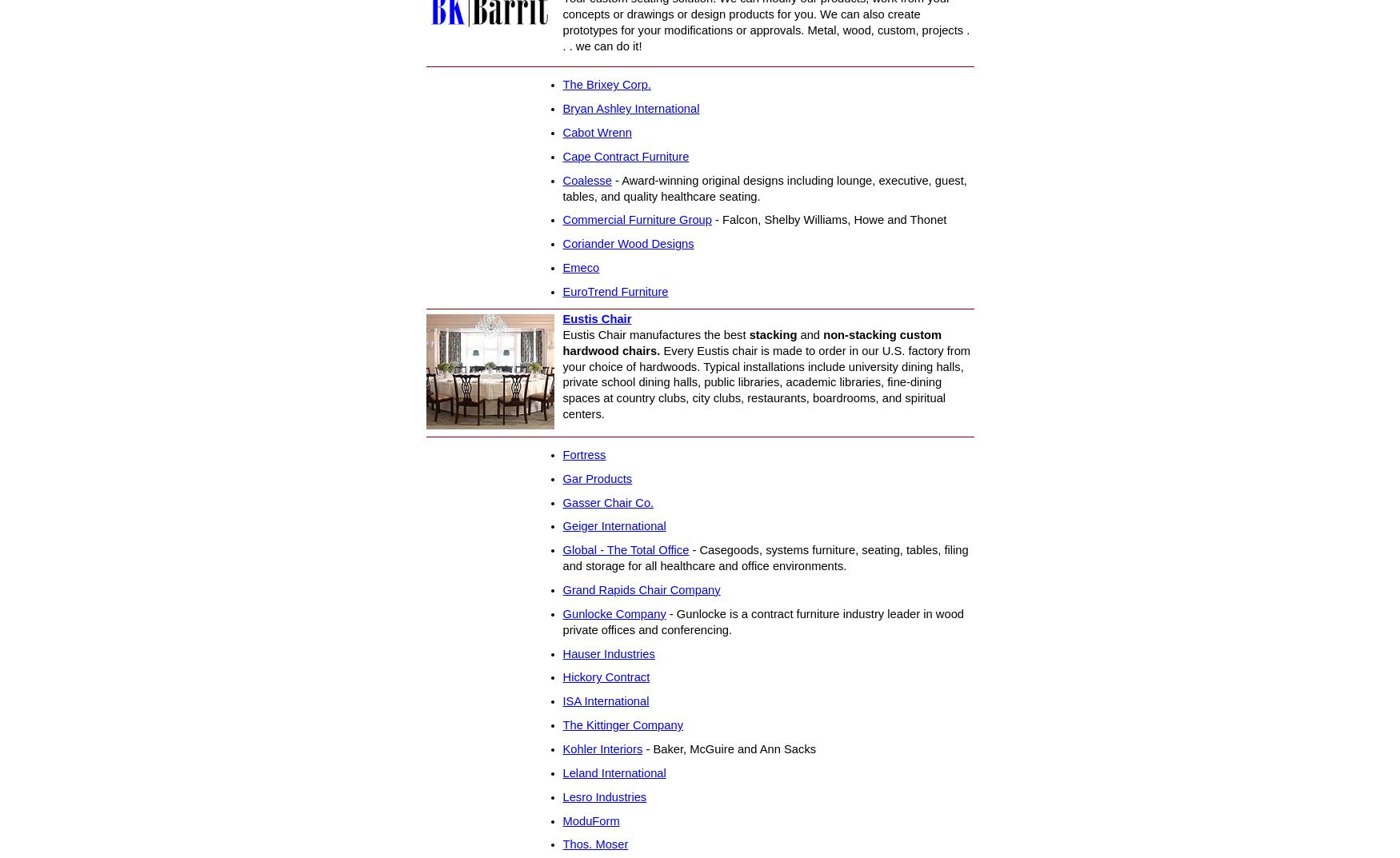 Image resolution: width=1400 pixels, height=858 pixels. Describe the element at coordinates (562, 676) in the screenshot. I see `'Hickory Contract'` at that location.